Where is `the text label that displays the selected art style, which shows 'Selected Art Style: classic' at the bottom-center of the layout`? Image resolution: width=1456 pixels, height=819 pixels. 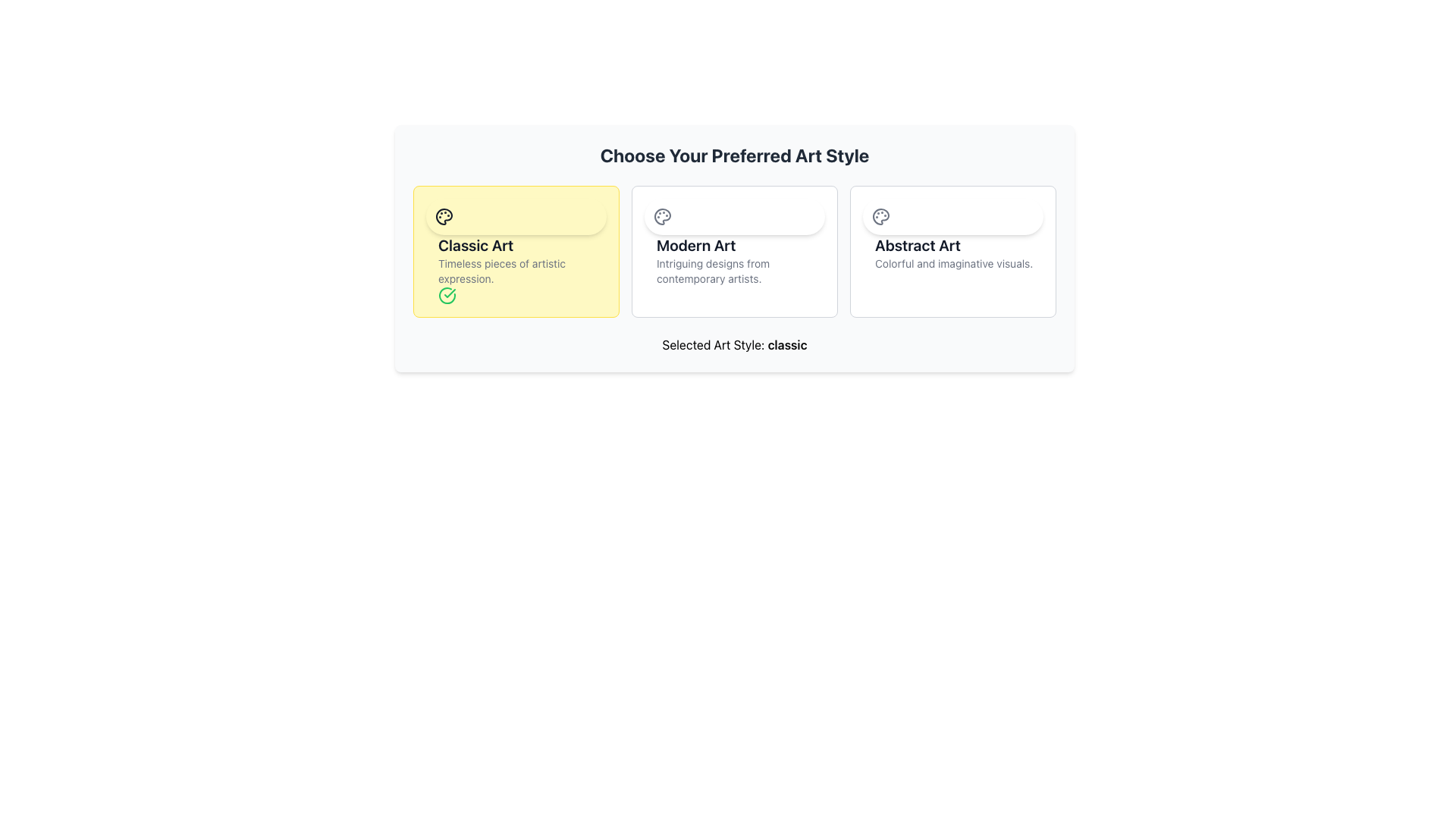 the text label that displays the selected art style, which shows 'Selected Art Style: classic' at the bottom-center of the layout is located at coordinates (787, 345).